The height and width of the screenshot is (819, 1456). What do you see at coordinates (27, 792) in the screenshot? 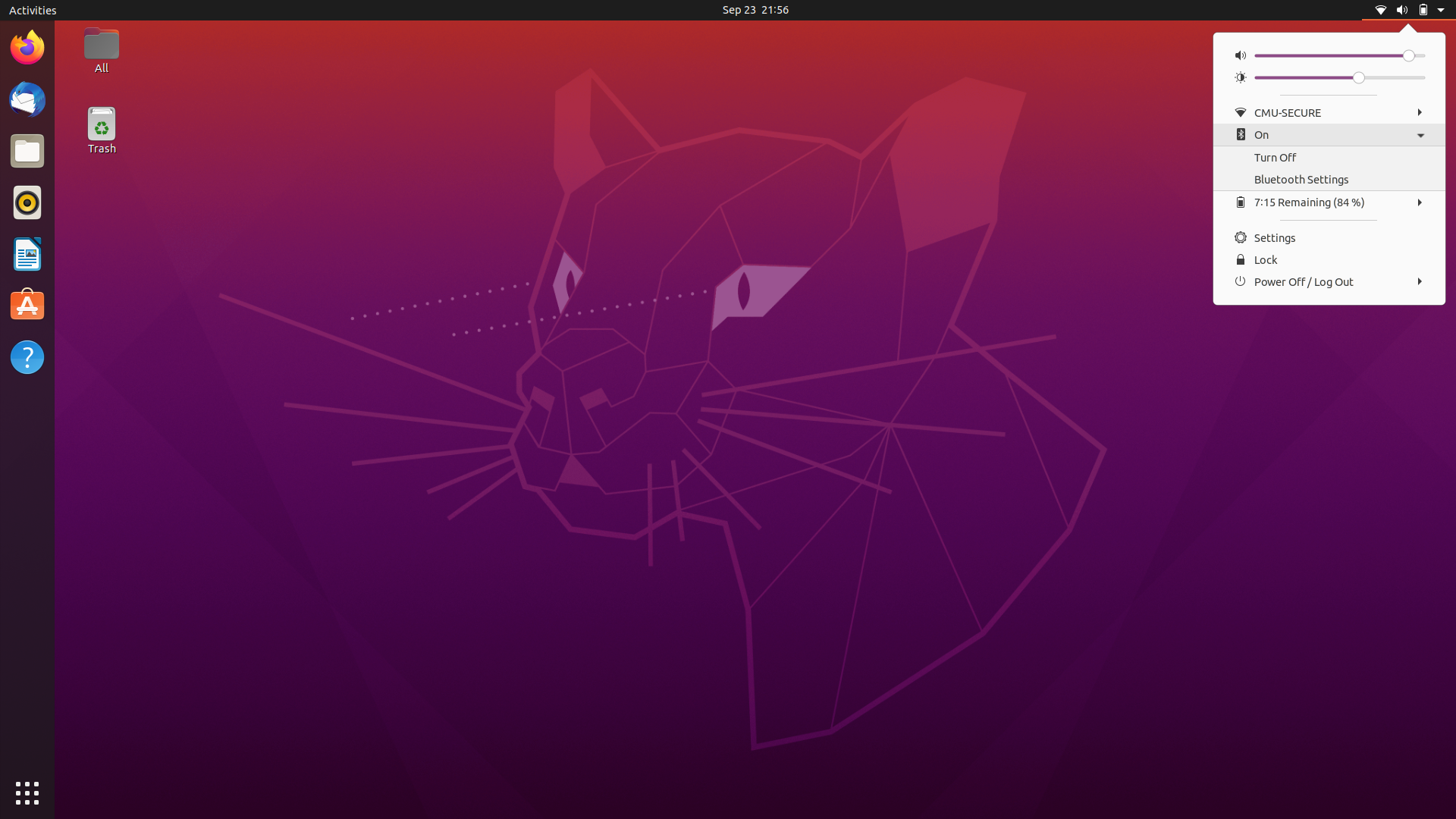
I see `Start All Applications` at bounding box center [27, 792].